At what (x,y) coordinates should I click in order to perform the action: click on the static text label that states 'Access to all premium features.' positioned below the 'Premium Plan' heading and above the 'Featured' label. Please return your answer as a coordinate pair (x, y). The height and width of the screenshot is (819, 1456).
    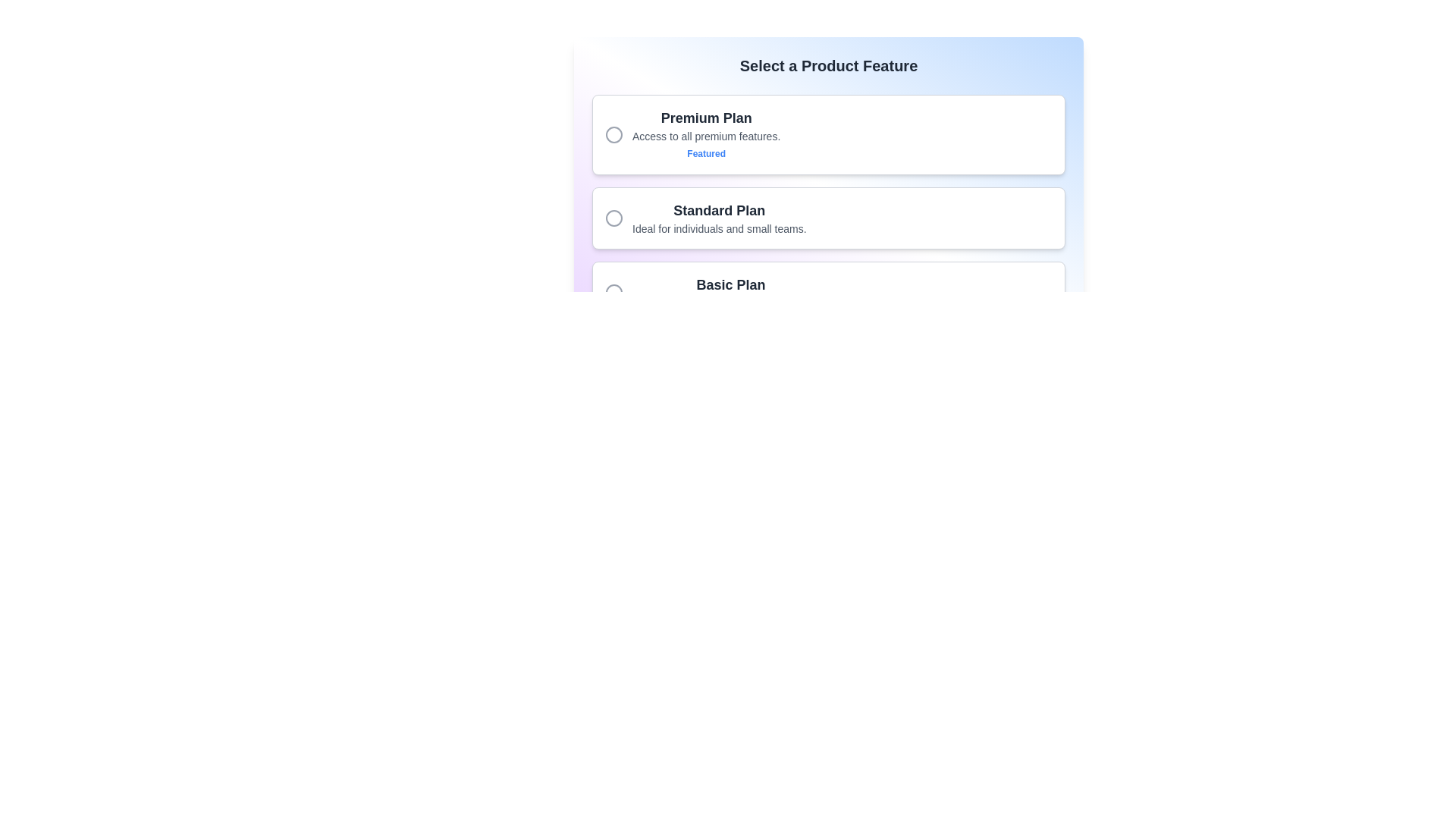
    Looking at the image, I should click on (705, 136).